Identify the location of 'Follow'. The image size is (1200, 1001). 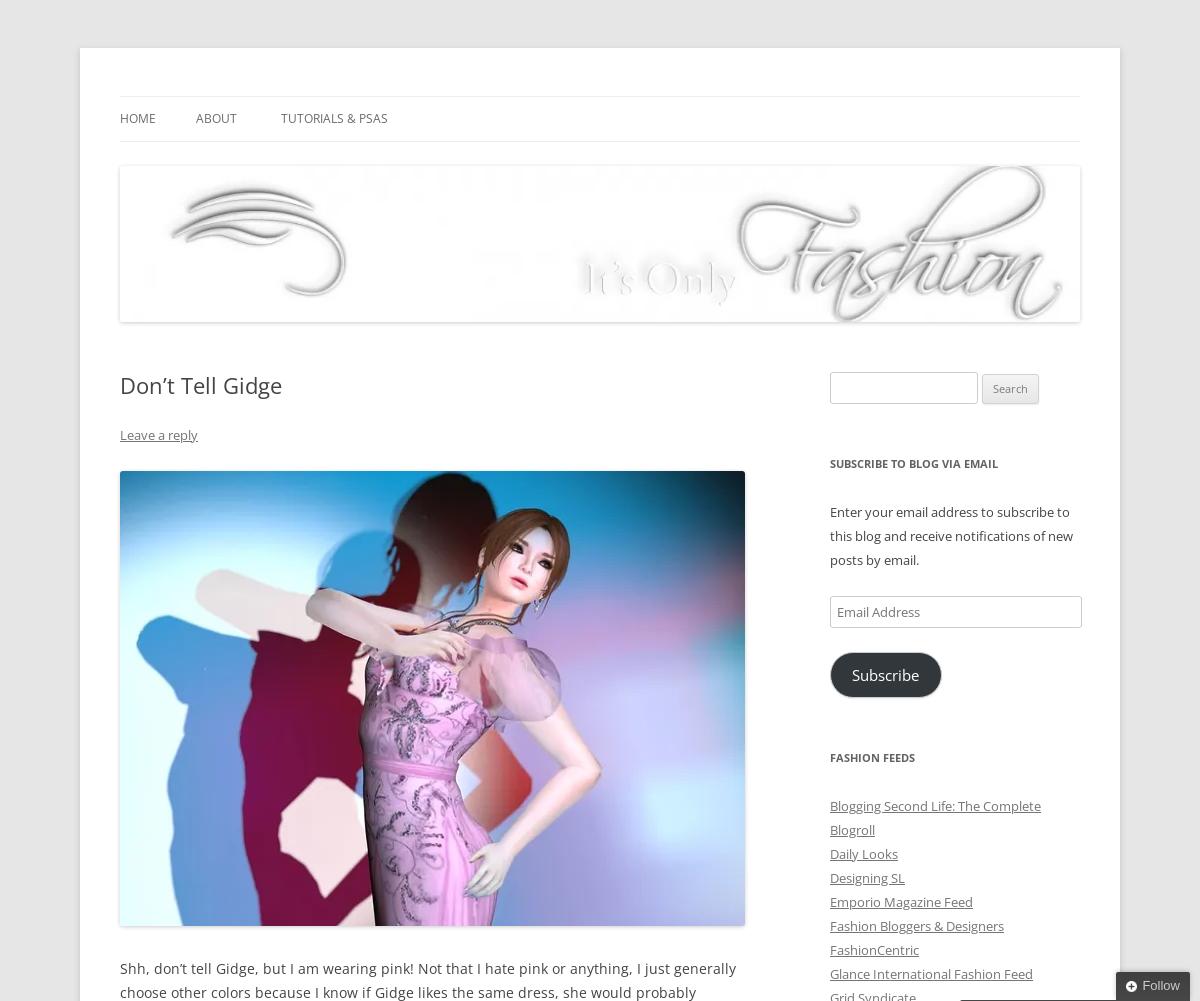
(1160, 983).